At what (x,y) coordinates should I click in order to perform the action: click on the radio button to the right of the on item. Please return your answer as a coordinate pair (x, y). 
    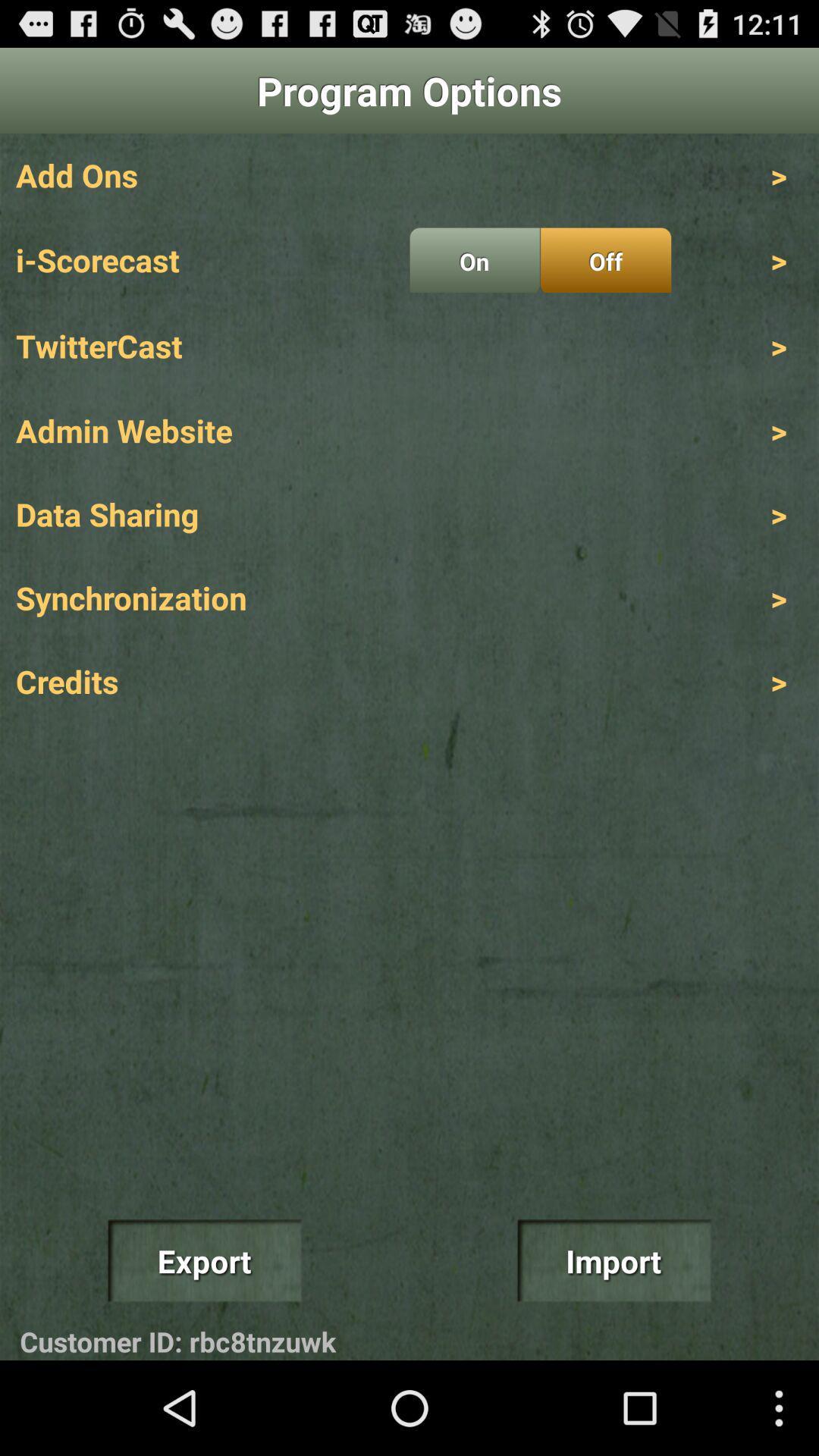
    Looking at the image, I should click on (605, 260).